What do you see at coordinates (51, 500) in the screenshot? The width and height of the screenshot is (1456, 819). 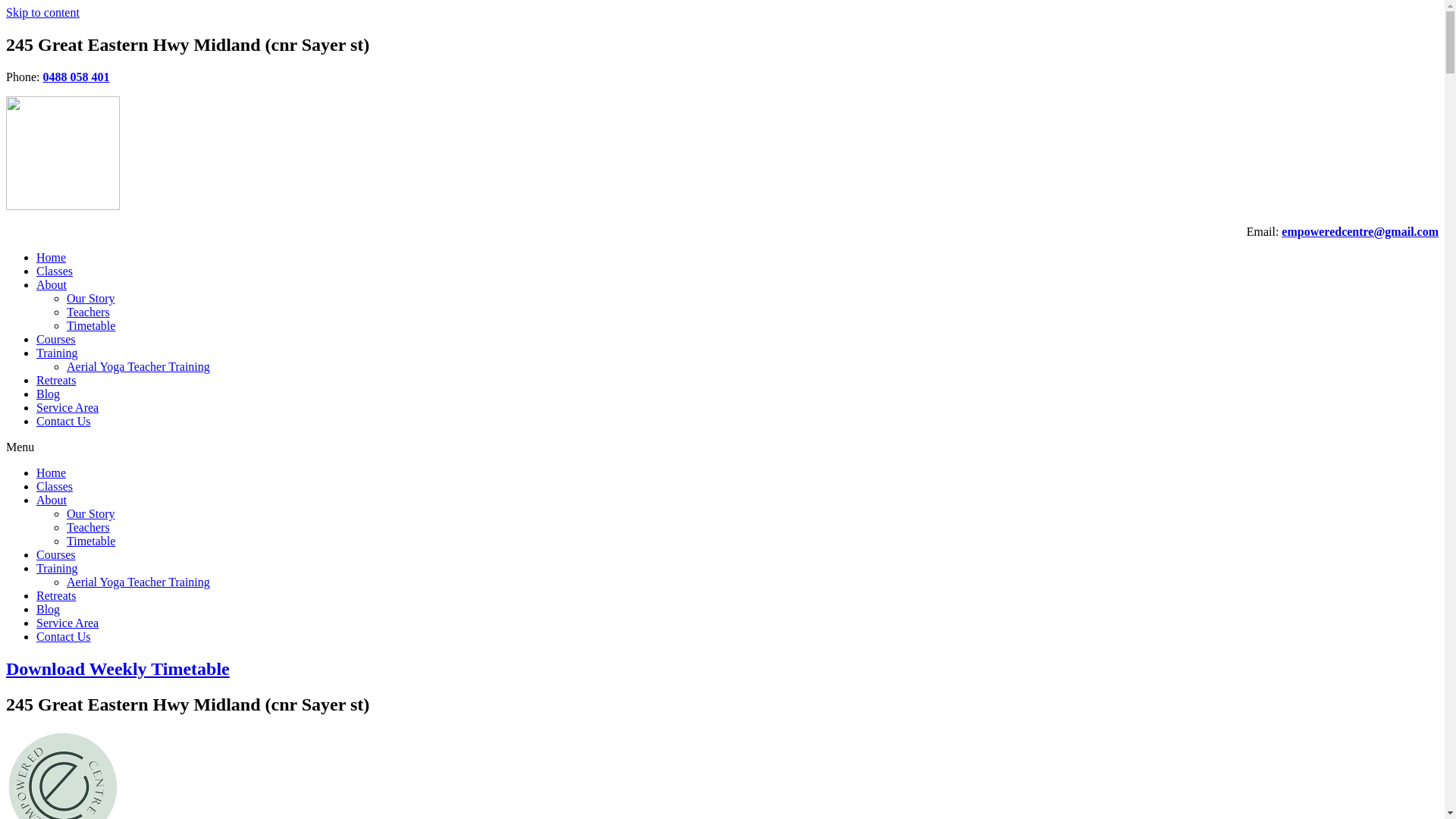 I see `'About'` at bounding box center [51, 500].